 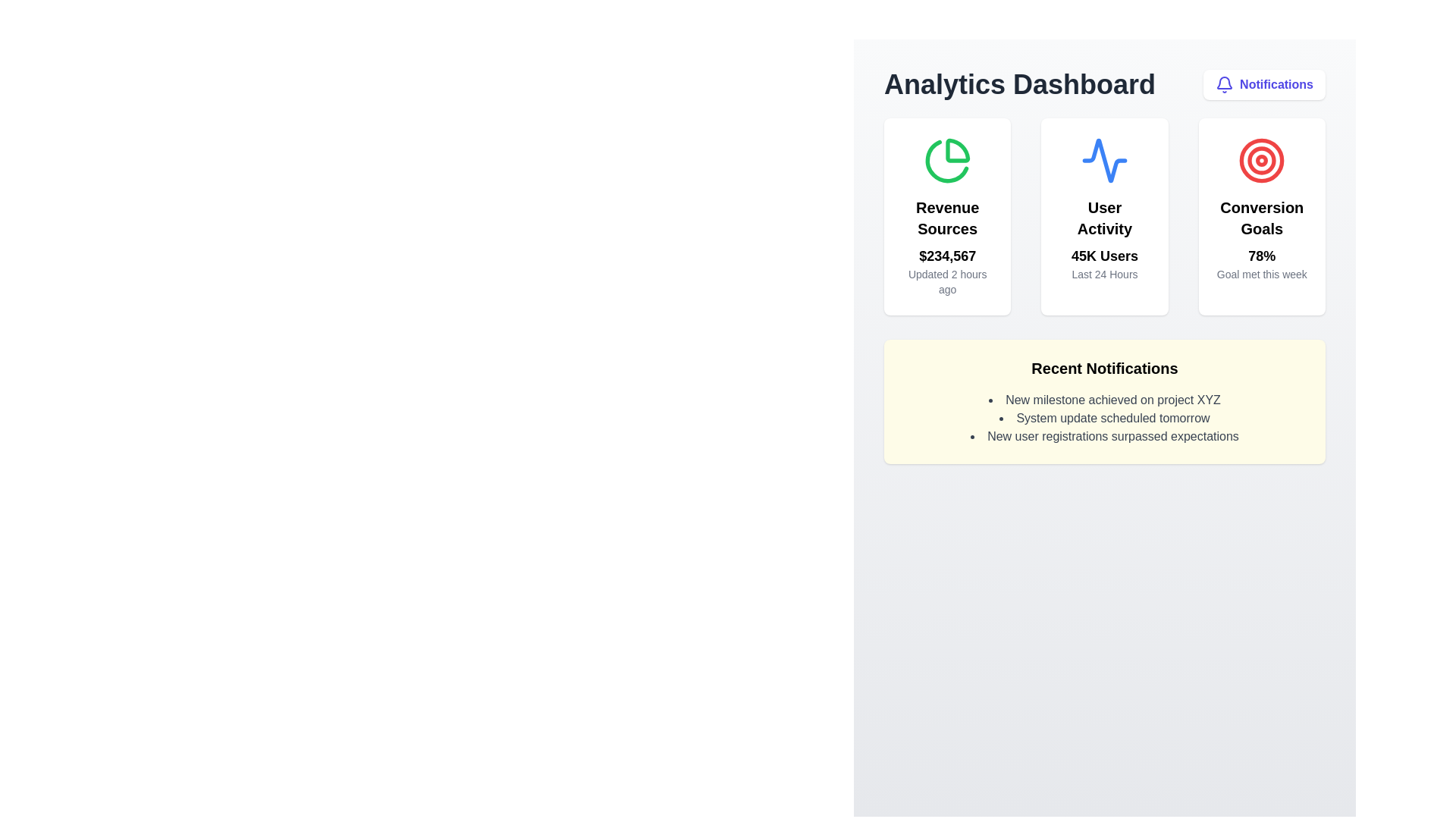 What do you see at coordinates (1105, 400) in the screenshot?
I see `the first notification message in the vertical list under the title 'Recent Notifications' in the yellow-colored notification area of the dashboard interface, which informs the user about the latest milestone in project XYZ` at bounding box center [1105, 400].